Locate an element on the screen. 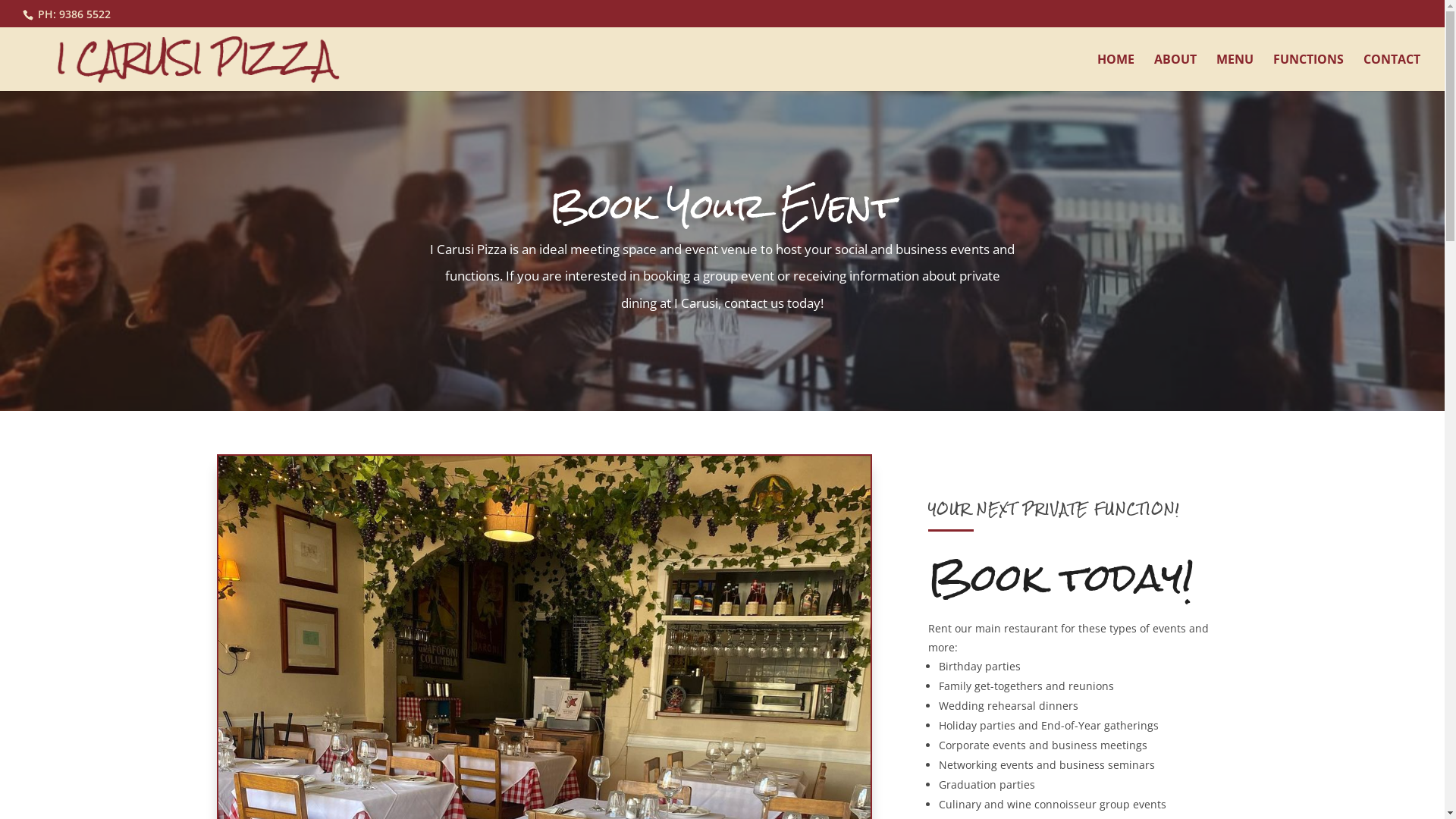 Image resolution: width=1456 pixels, height=819 pixels. 'HOME' is located at coordinates (1116, 72).